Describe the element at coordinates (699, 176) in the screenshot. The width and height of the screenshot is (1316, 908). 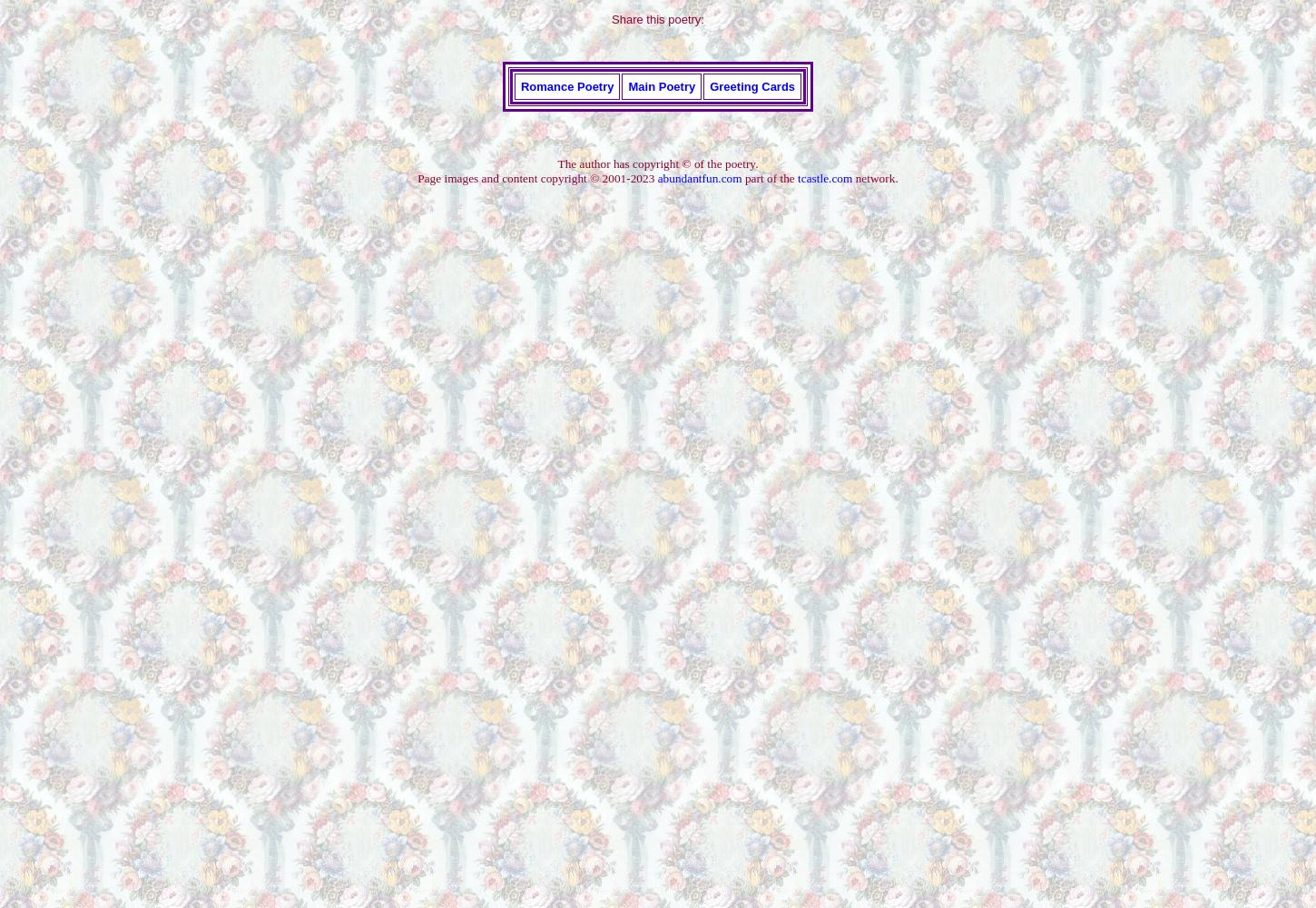
I see `'abundantfun.com'` at that location.